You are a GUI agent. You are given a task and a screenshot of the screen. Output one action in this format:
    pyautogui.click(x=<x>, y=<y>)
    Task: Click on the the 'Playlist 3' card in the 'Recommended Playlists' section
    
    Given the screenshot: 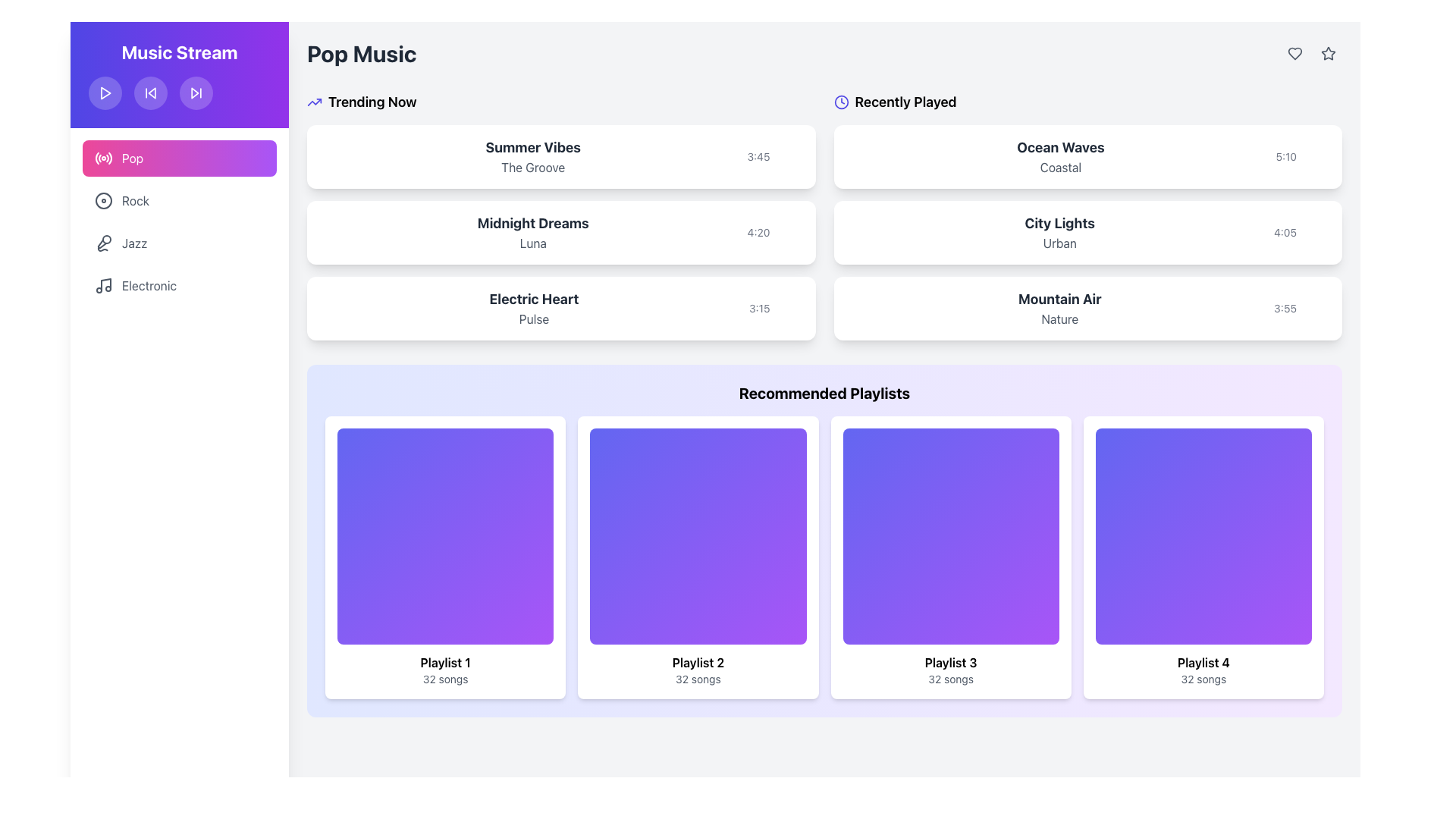 What is the action you would take?
    pyautogui.click(x=949, y=557)
    